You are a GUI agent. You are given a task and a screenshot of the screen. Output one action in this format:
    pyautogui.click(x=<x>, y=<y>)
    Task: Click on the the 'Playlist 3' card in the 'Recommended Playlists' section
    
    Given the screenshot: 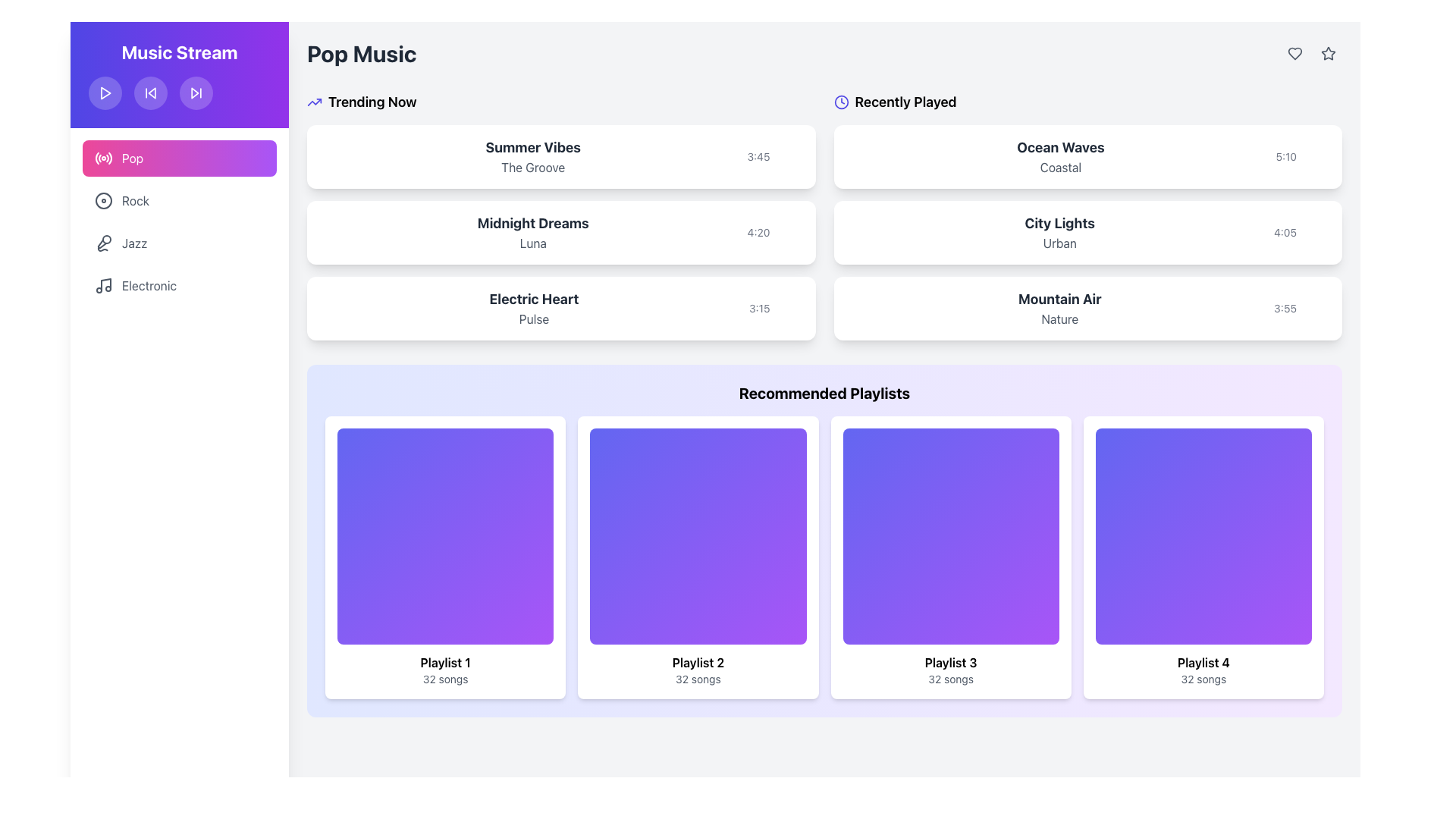 What is the action you would take?
    pyautogui.click(x=949, y=557)
    